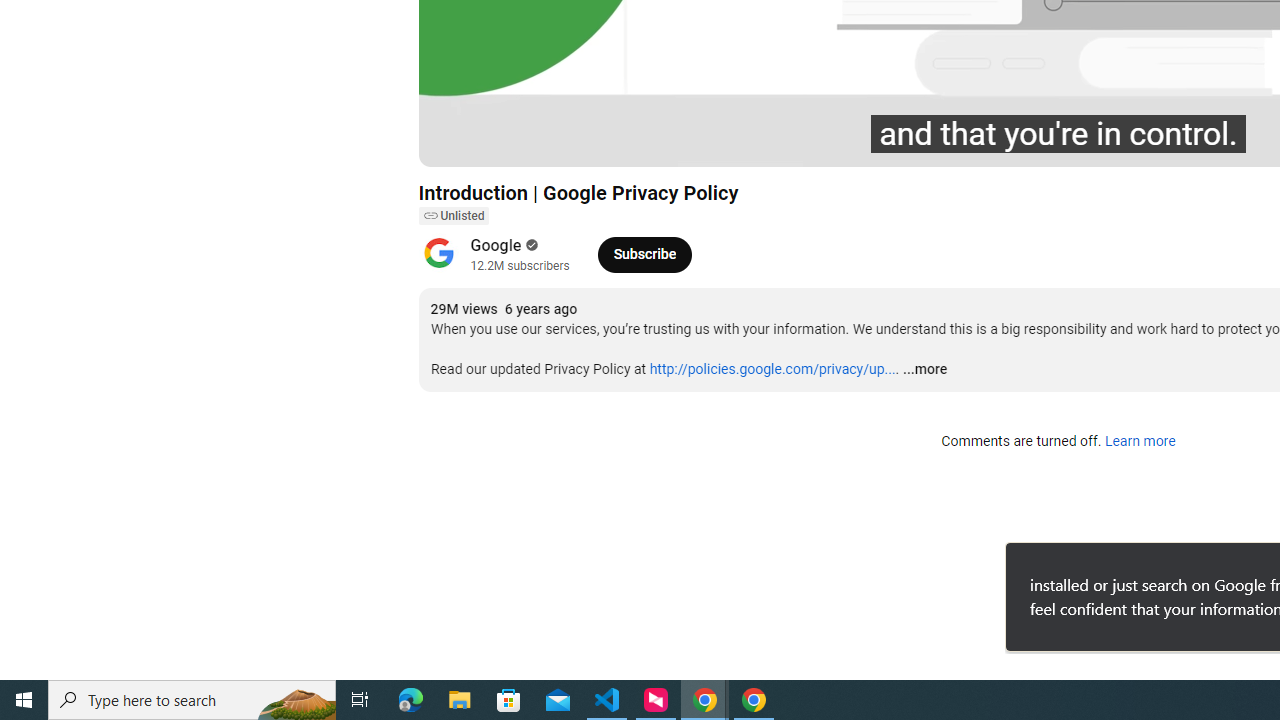 This screenshot has width=1280, height=720. I want to click on 'Unlisted', so click(452, 216).